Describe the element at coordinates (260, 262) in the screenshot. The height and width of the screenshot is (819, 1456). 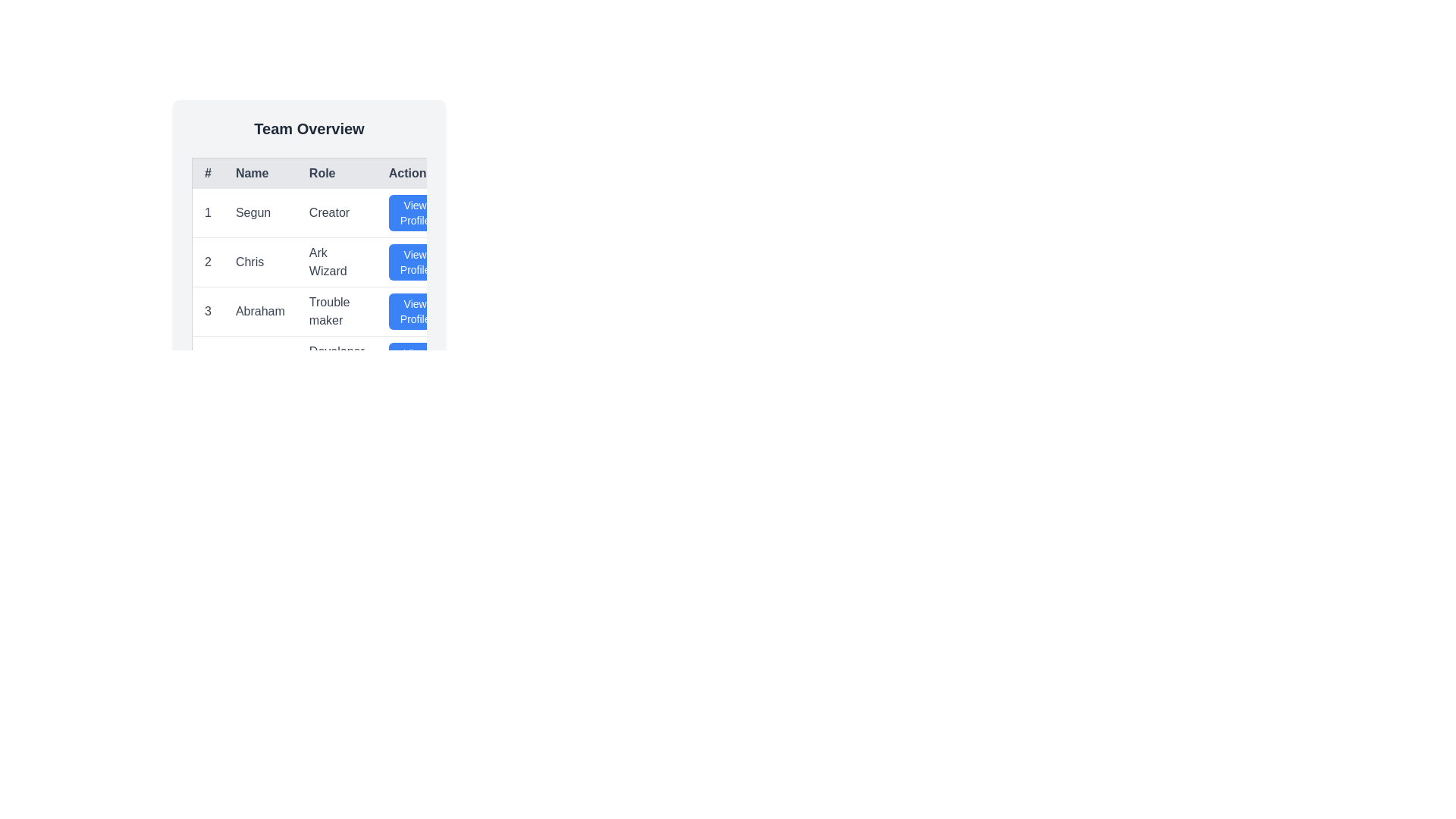
I see `the text element displaying 'Chris' located in the second row of the 'Name' column of the table` at that location.